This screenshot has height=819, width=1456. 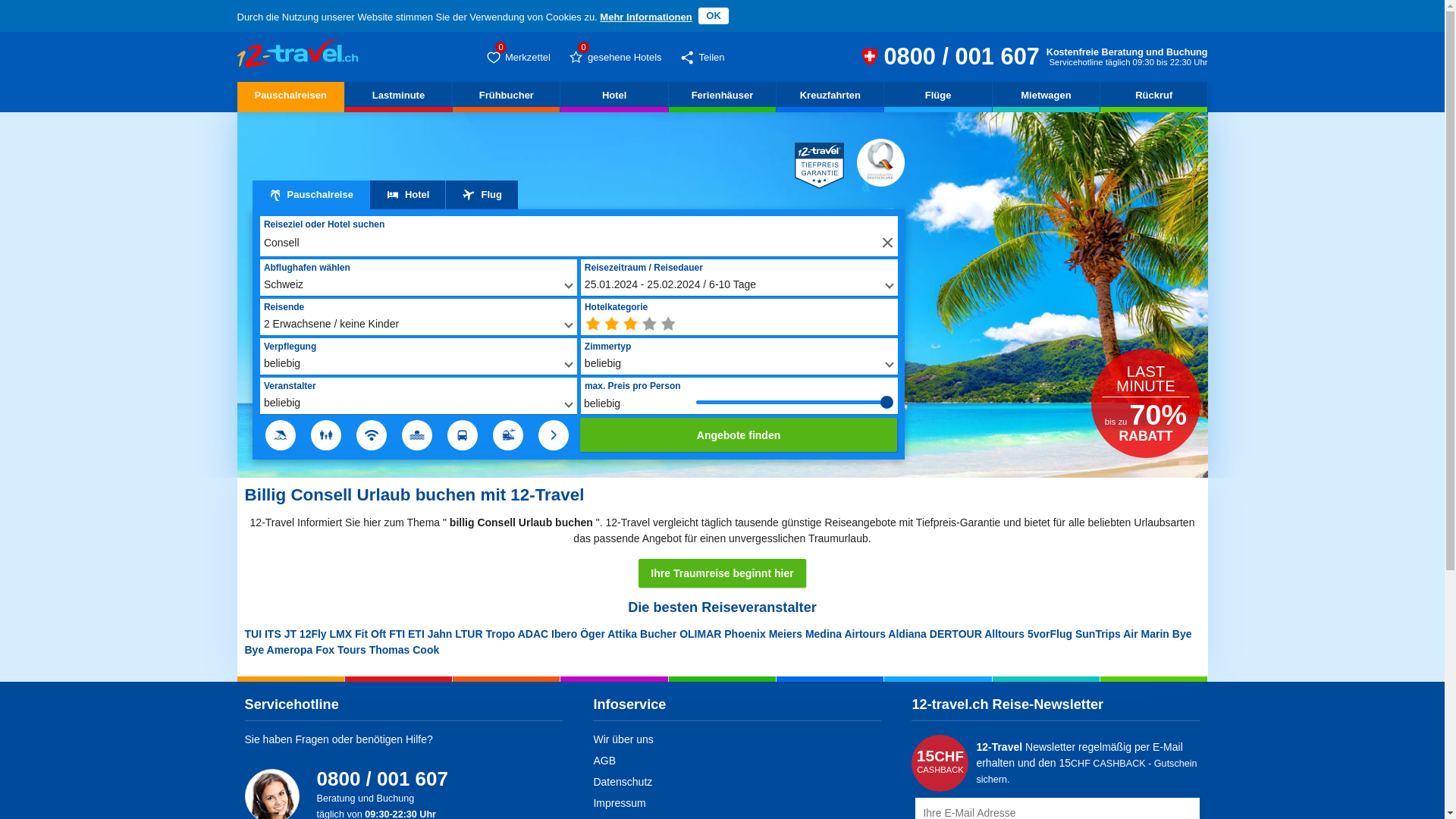 I want to click on 'Pauschalreisen', so click(x=290, y=96).